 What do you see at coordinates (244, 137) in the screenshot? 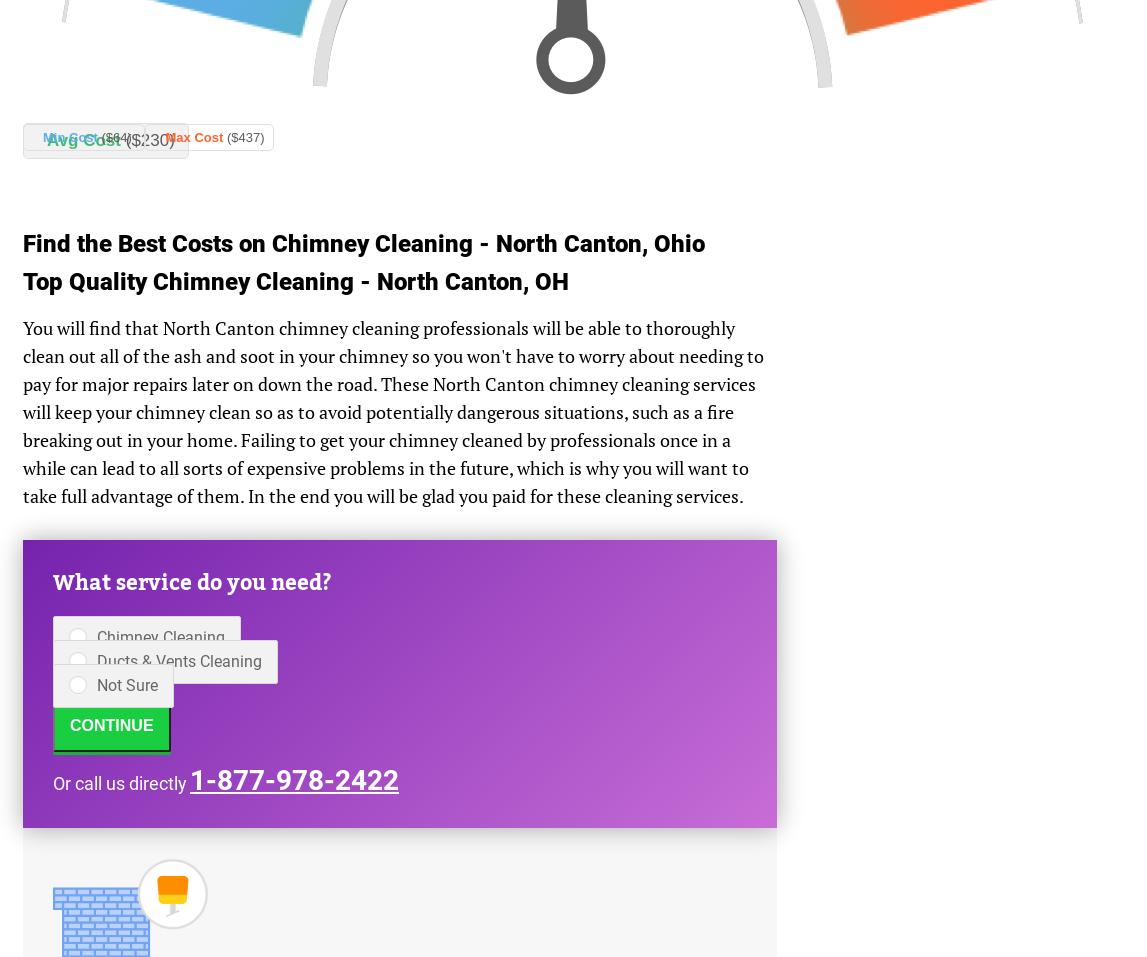
I see `'($437)'` at bounding box center [244, 137].